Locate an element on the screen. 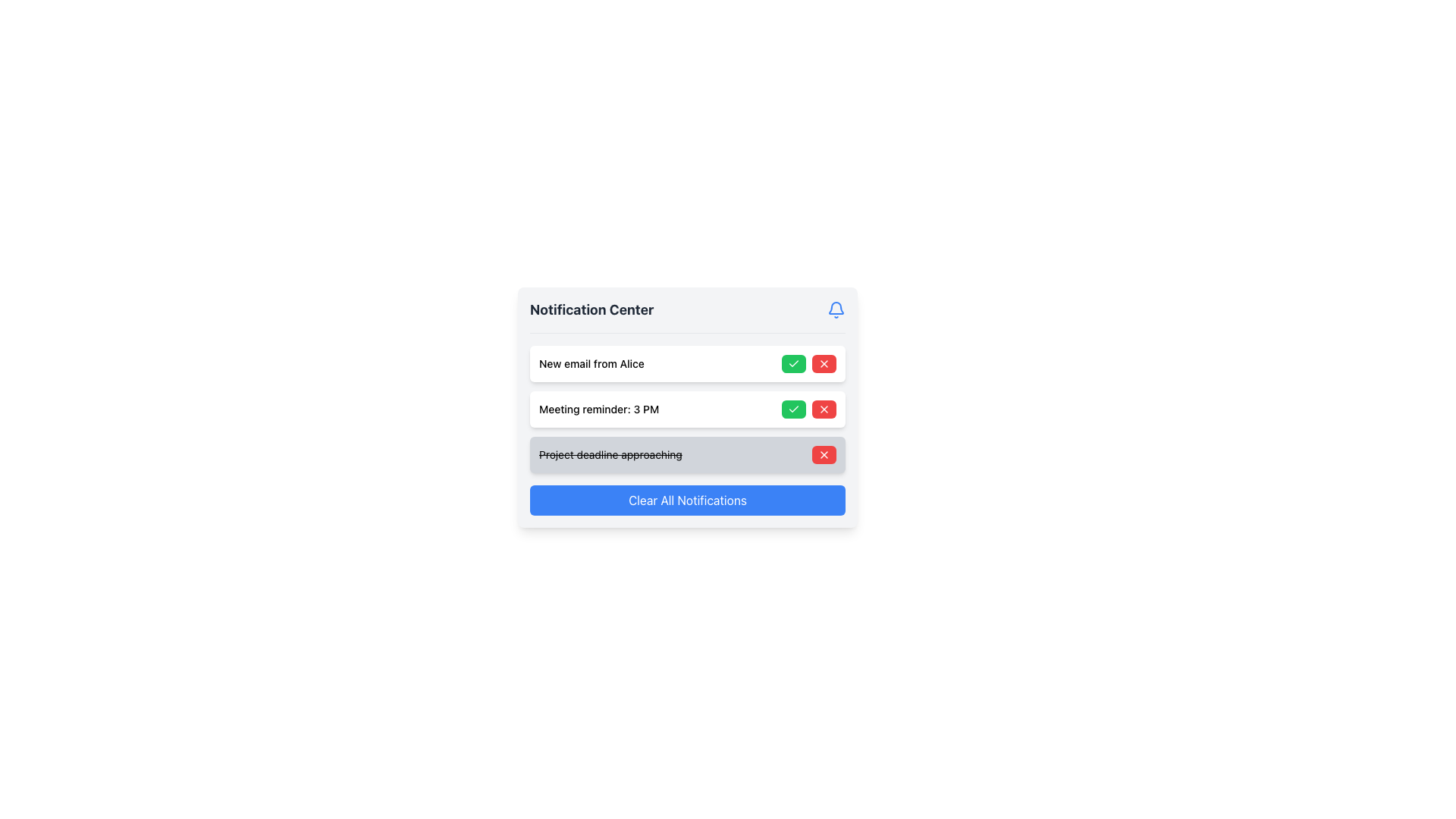  the green button that marks the notification 'Meeting reminder: 3 PM' as completed, located to the left of the red 'delete' icon is located at coordinates (792, 409).